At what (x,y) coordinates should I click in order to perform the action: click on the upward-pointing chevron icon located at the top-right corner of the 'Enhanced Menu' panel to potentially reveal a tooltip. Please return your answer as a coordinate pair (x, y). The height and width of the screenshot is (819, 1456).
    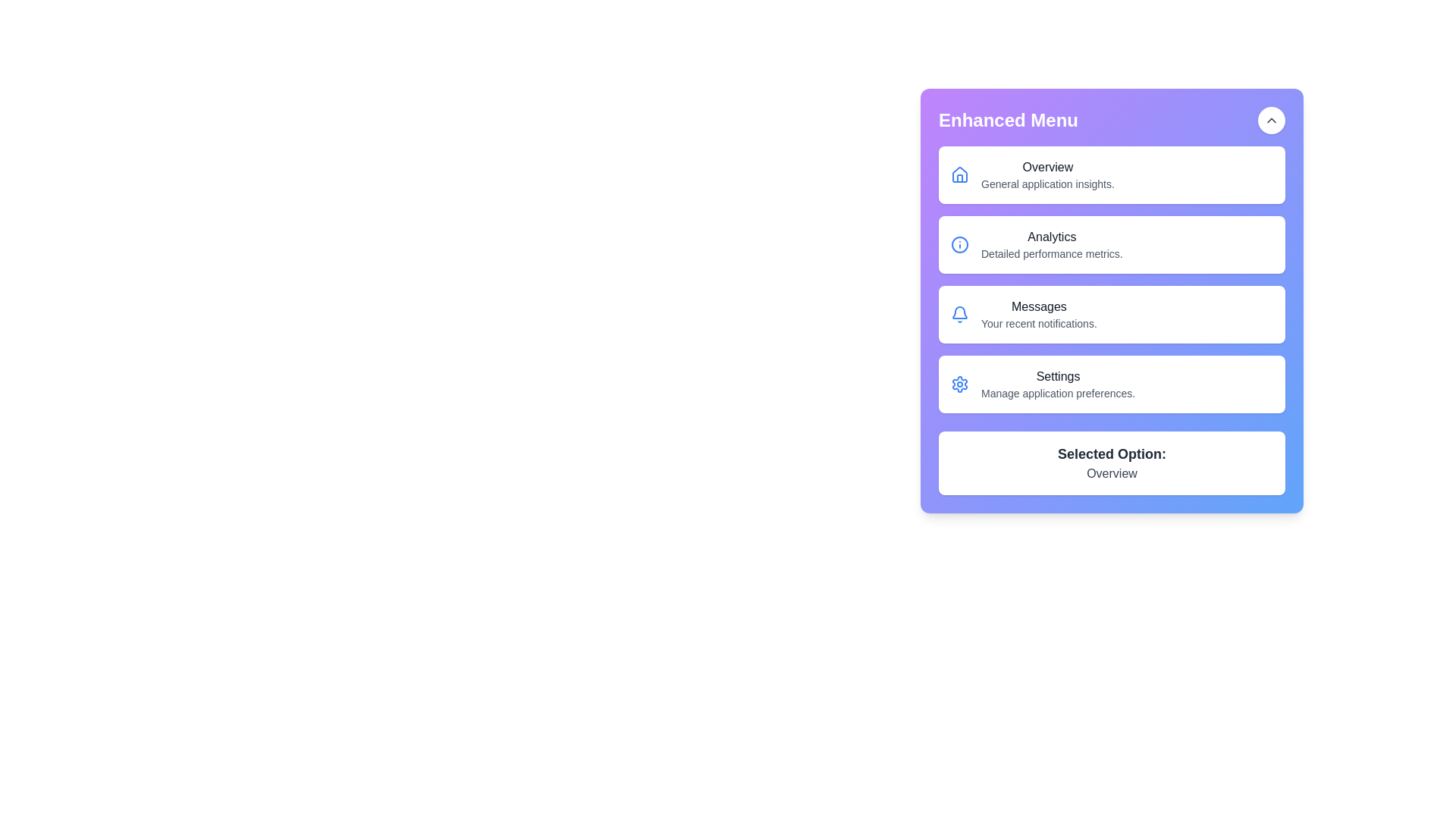
    Looking at the image, I should click on (1271, 119).